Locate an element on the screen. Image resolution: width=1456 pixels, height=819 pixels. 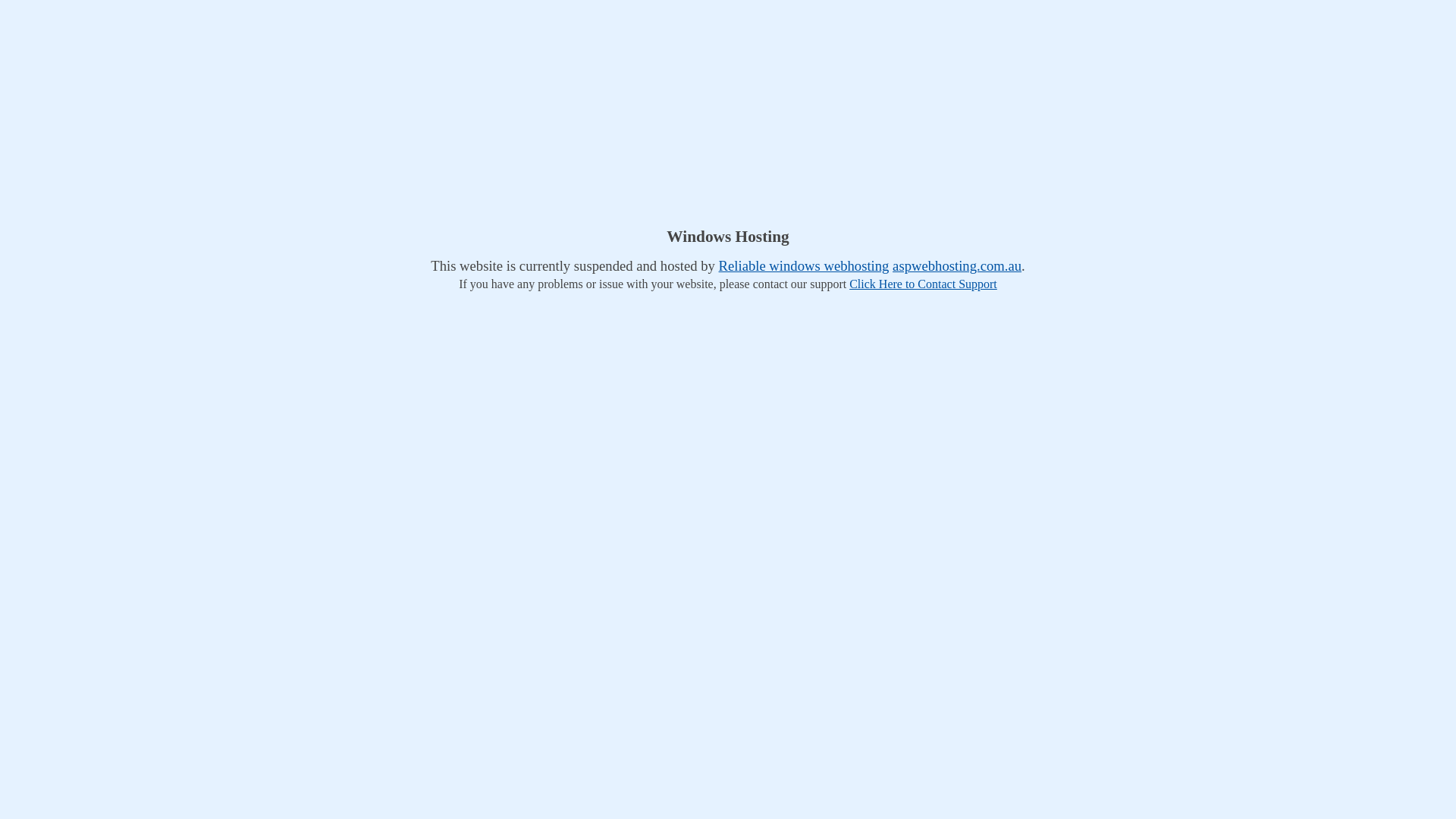
'Reliable windows webhosting' is located at coordinates (803, 265).